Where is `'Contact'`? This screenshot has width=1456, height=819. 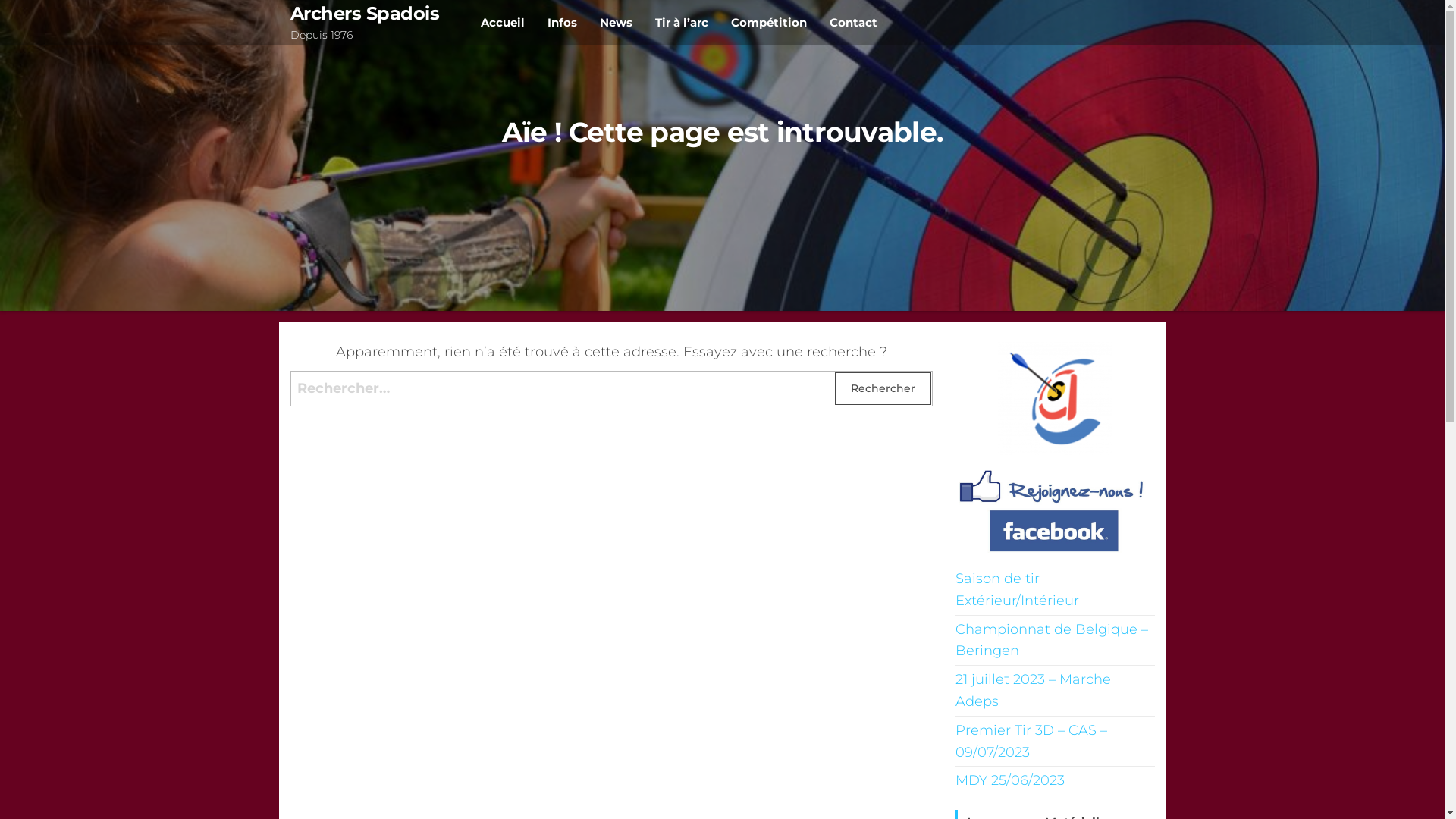
'Contact' is located at coordinates (853, 23).